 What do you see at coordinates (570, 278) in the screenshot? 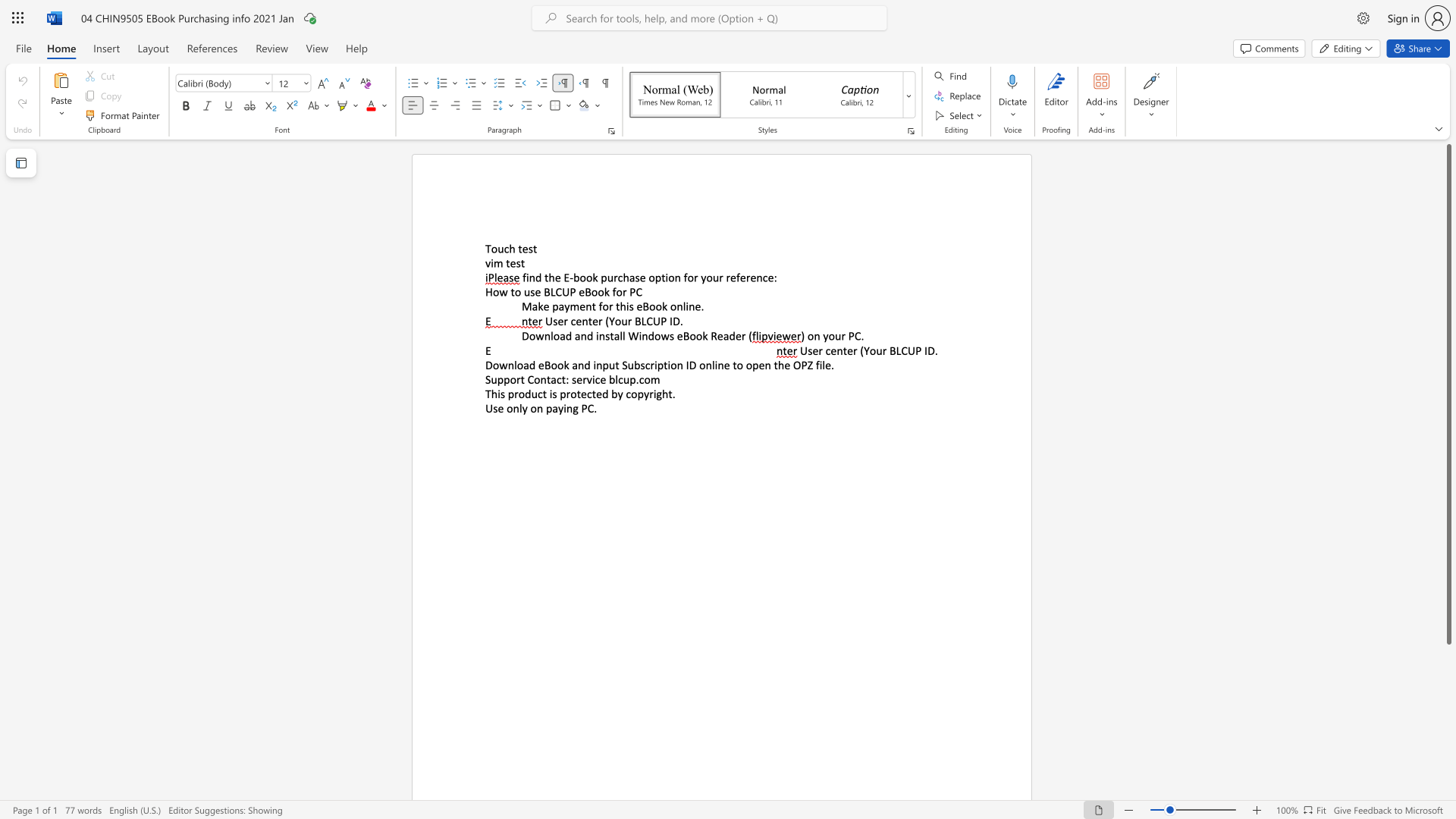
I see `the 1th character "-" in the text` at bounding box center [570, 278].